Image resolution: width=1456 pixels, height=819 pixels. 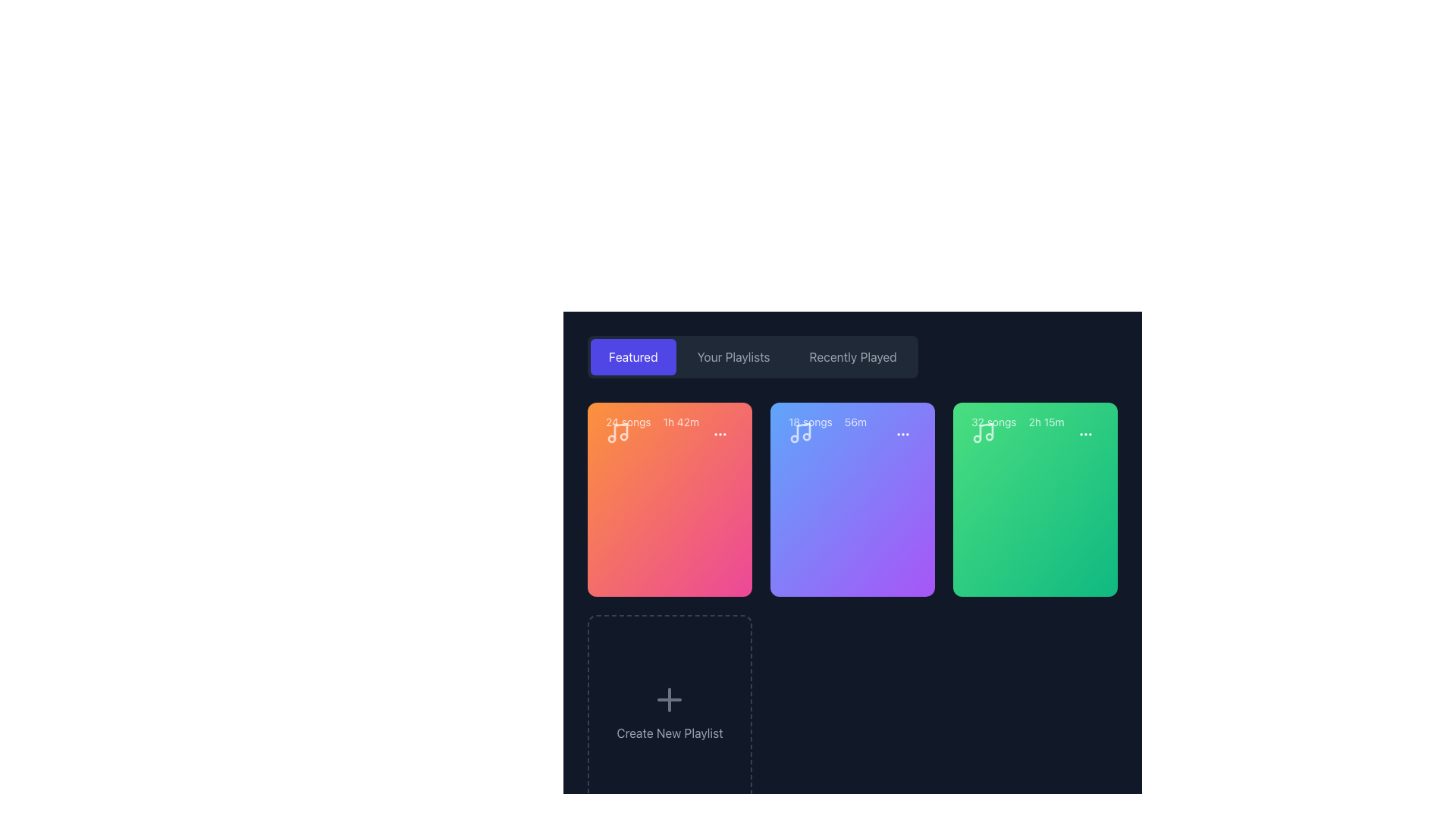 What do you see at coordinates (1084, 435) in the screenshot?
I see `the circular button with three dots in the top-right corner of the green playlist card` at bounding box center [1084, 435].